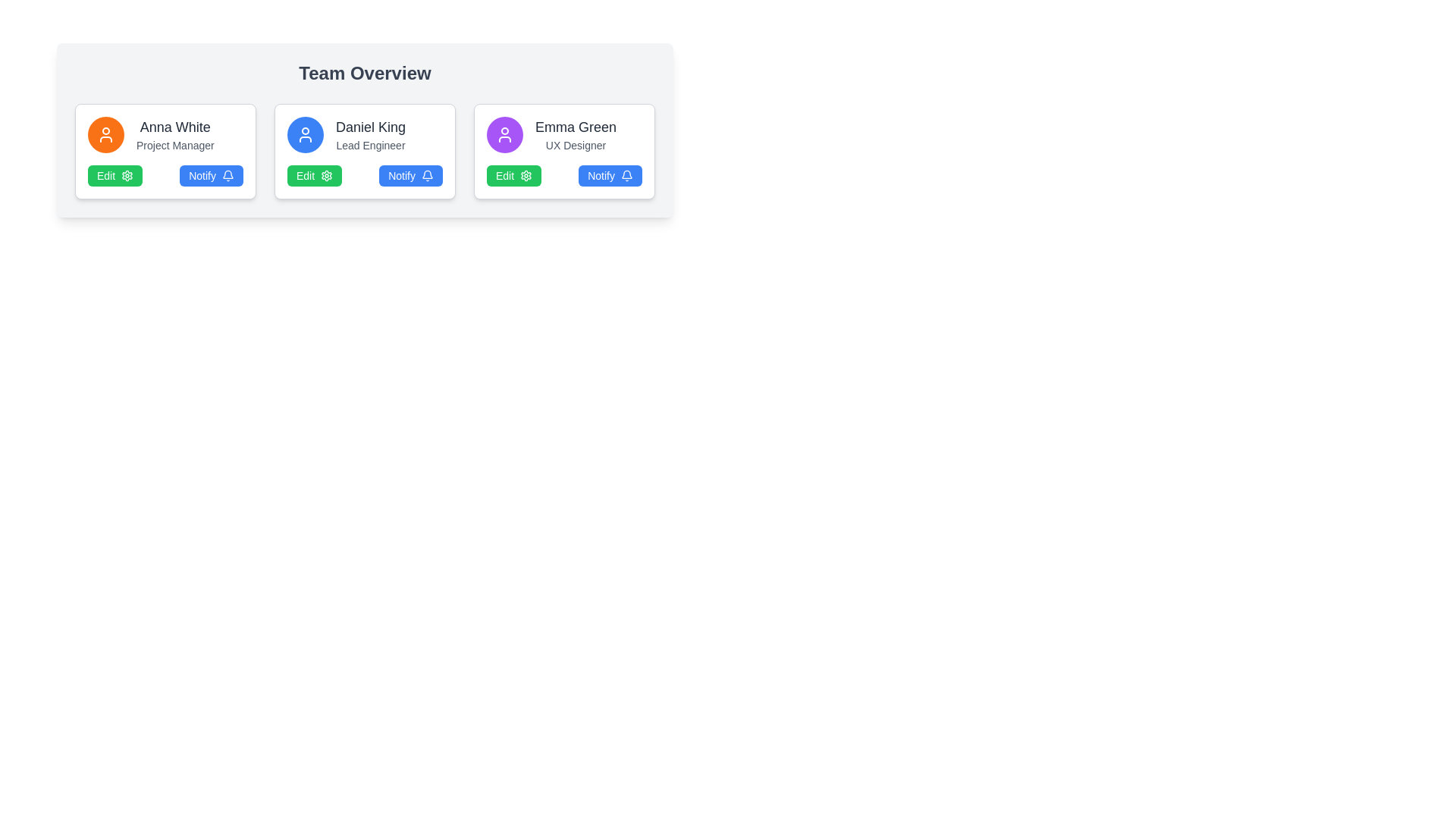 This screenshot has width=1456, height=819. I want to click on the 'Edit' text label in the button located in the second card under the profile of 'Daniel King, Lead Engineer', so click(305, 174).